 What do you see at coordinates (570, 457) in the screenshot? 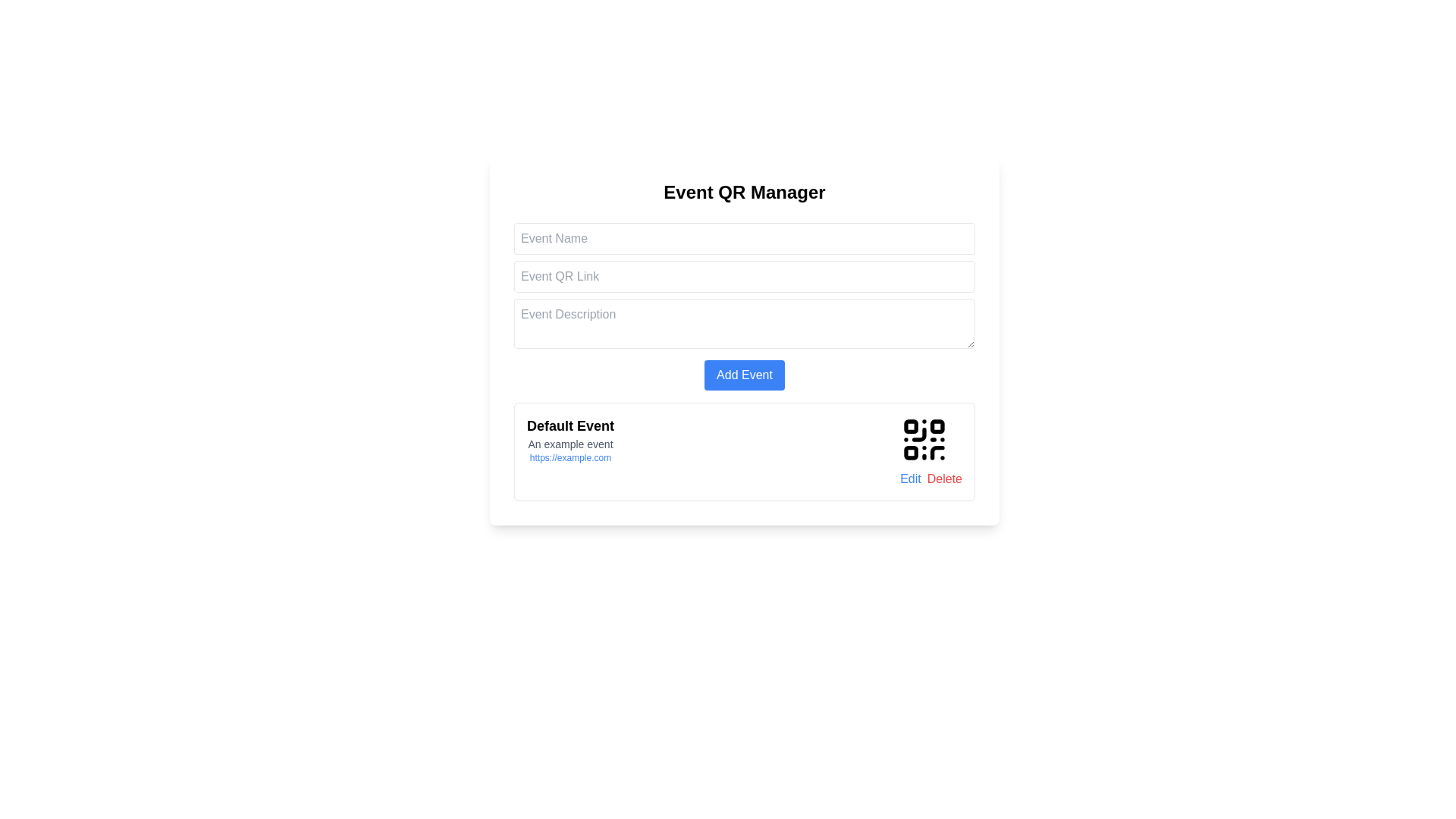
I see `the hyperlink labeled 'https://example.com' which is located under the section 'Default Event' and above a QR code` at bounding box center [570, 457].